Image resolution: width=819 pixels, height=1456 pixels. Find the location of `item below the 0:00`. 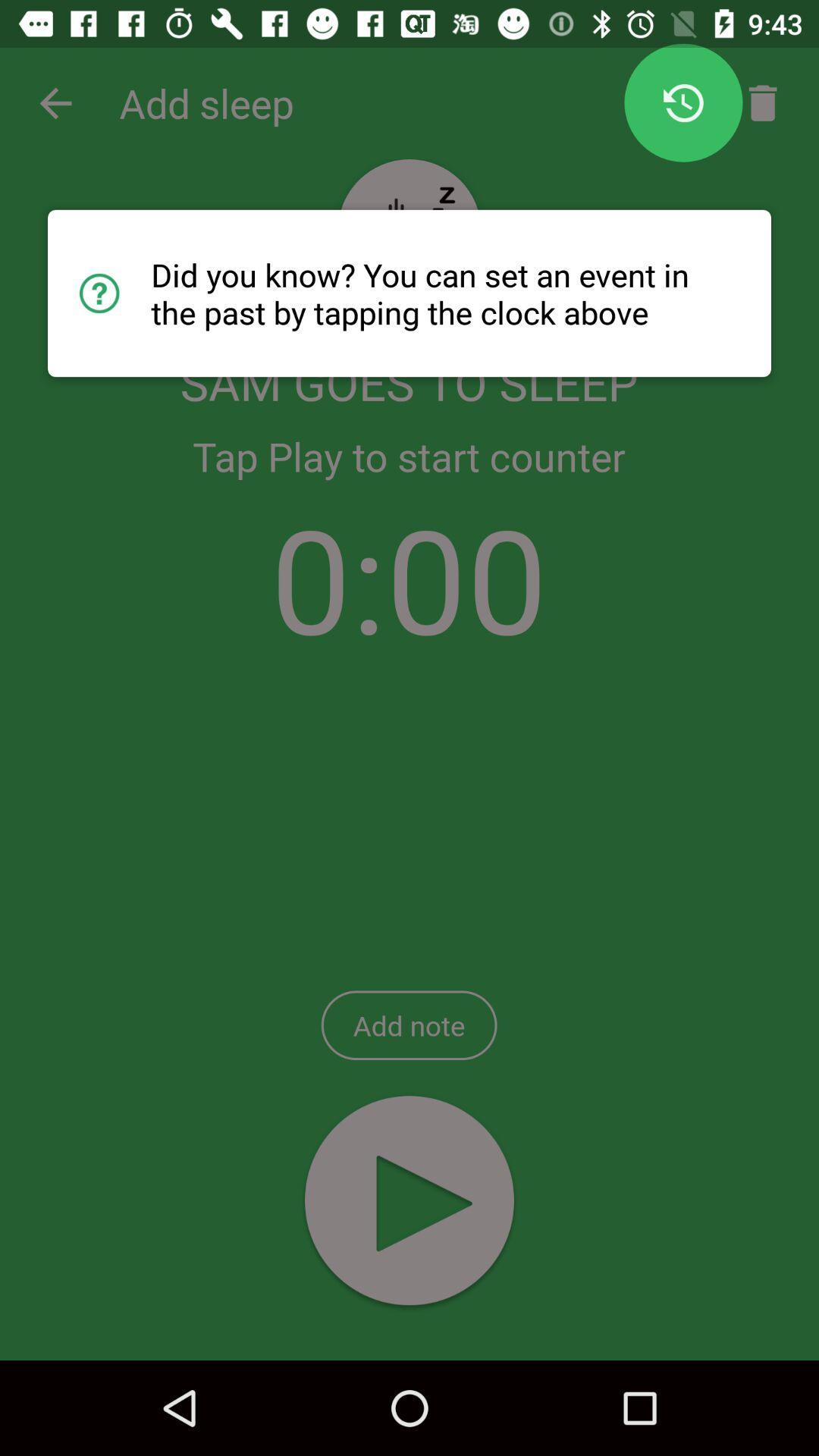

item below the 0:00 is located at coordinates (408, 1025).